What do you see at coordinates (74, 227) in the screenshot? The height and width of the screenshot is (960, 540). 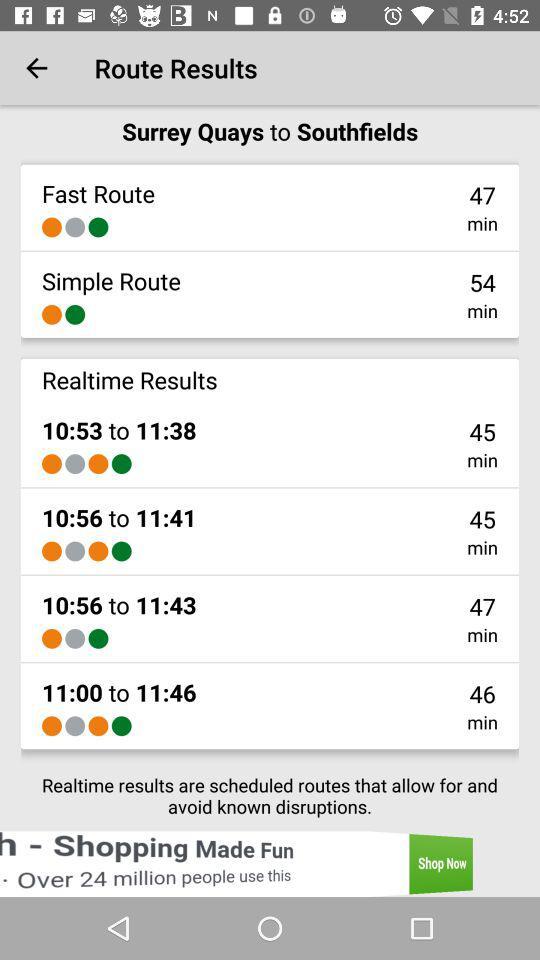 I see `item above simple route item` at bounding box center [74, 227].